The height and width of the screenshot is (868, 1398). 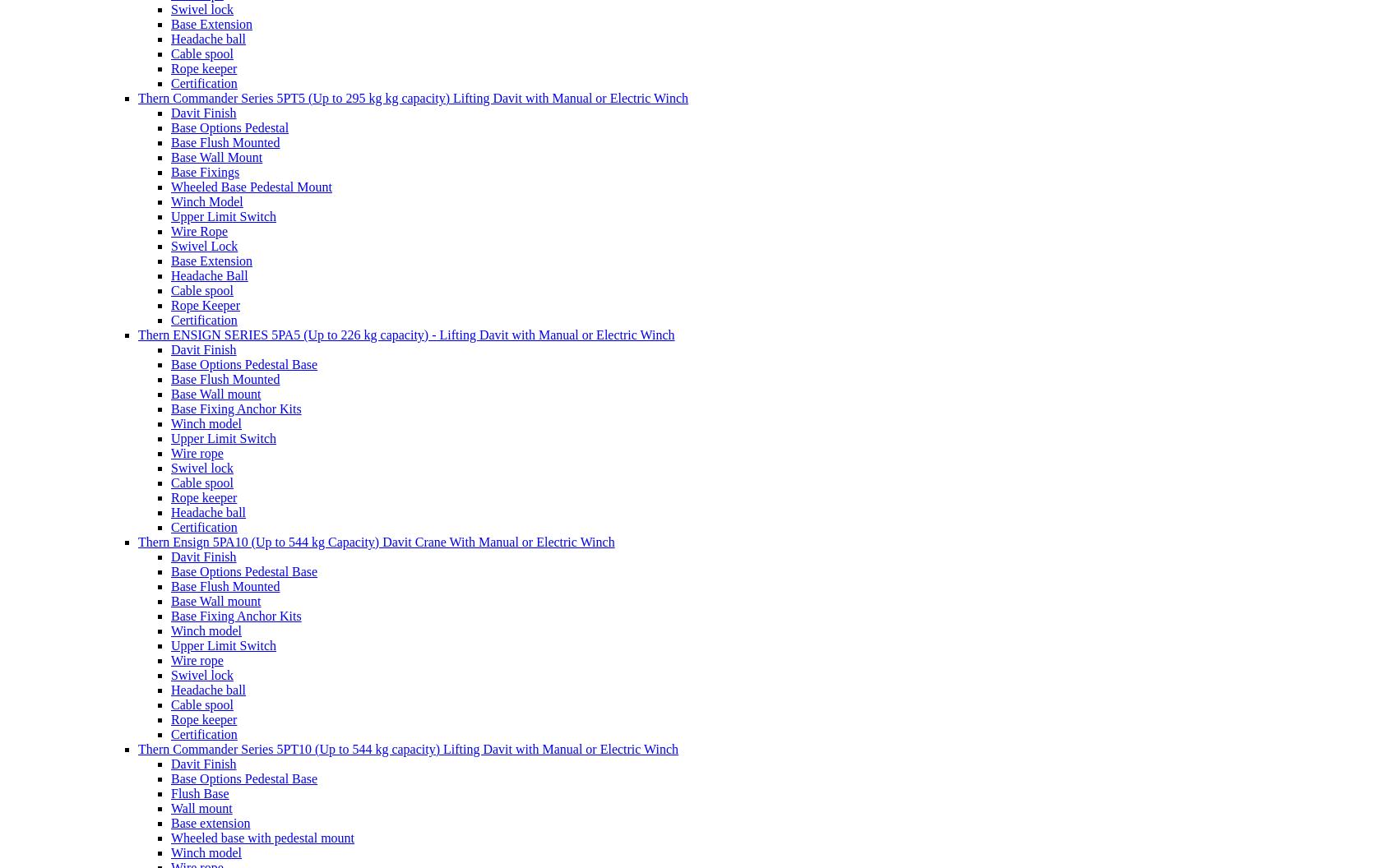 What do you see at coordinates (201, 807) in the screenshot?
I see `'Wall mount'` at bounding box center [201, 807].